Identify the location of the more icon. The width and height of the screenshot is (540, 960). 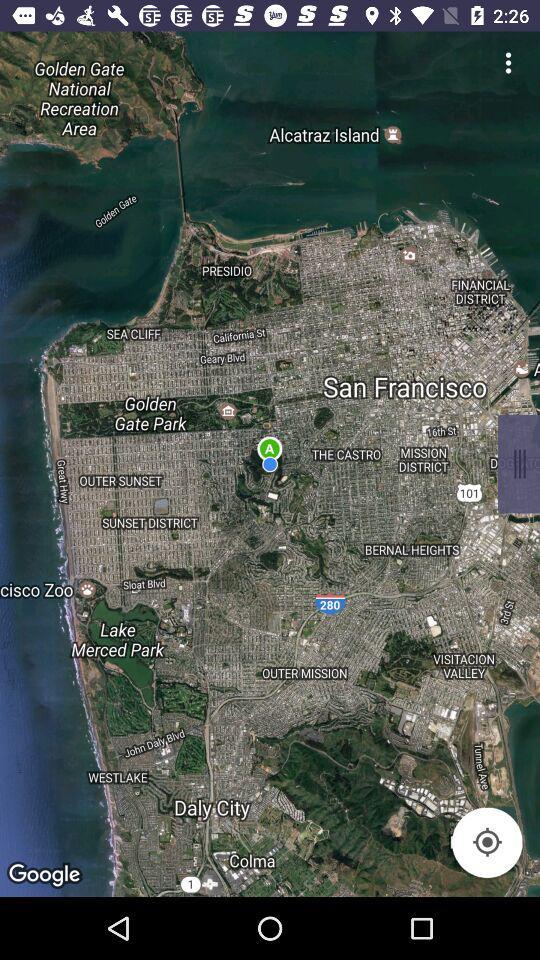
(508, 62).